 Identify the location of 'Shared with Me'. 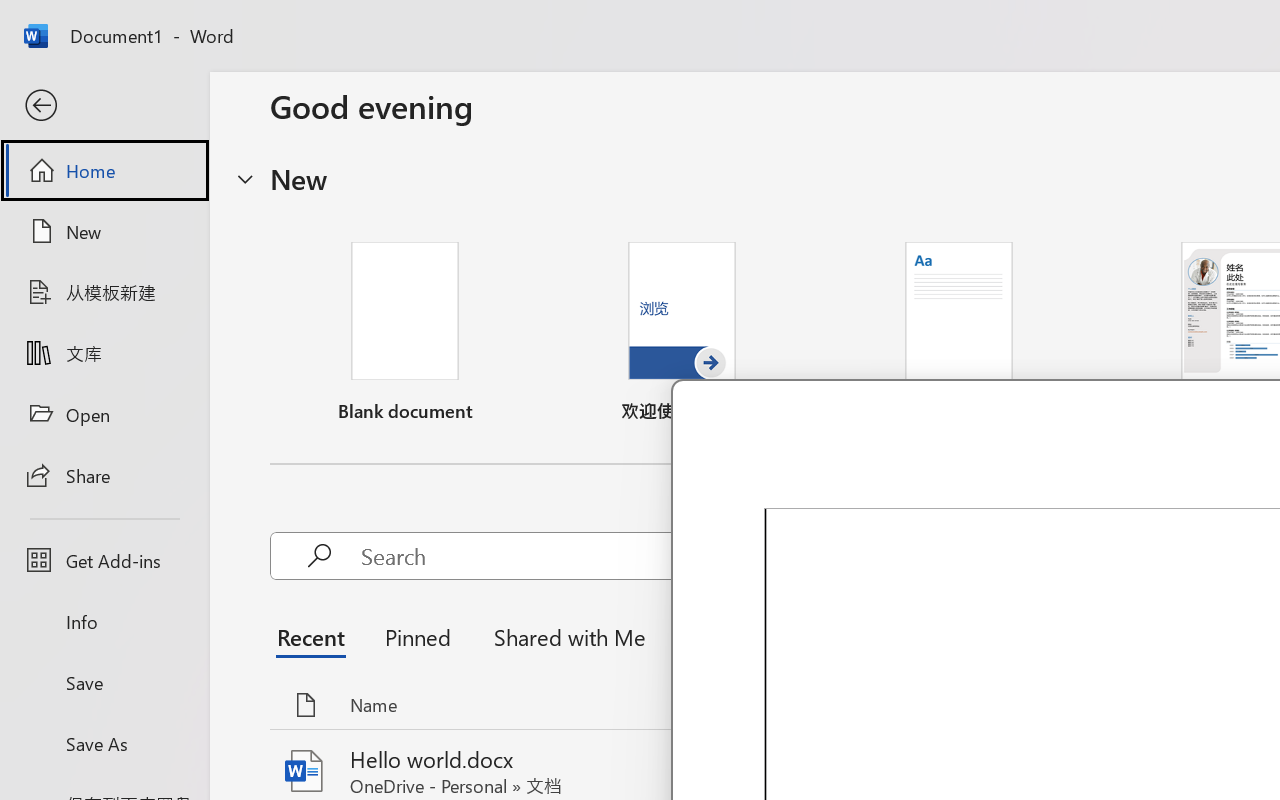
(562, 635).